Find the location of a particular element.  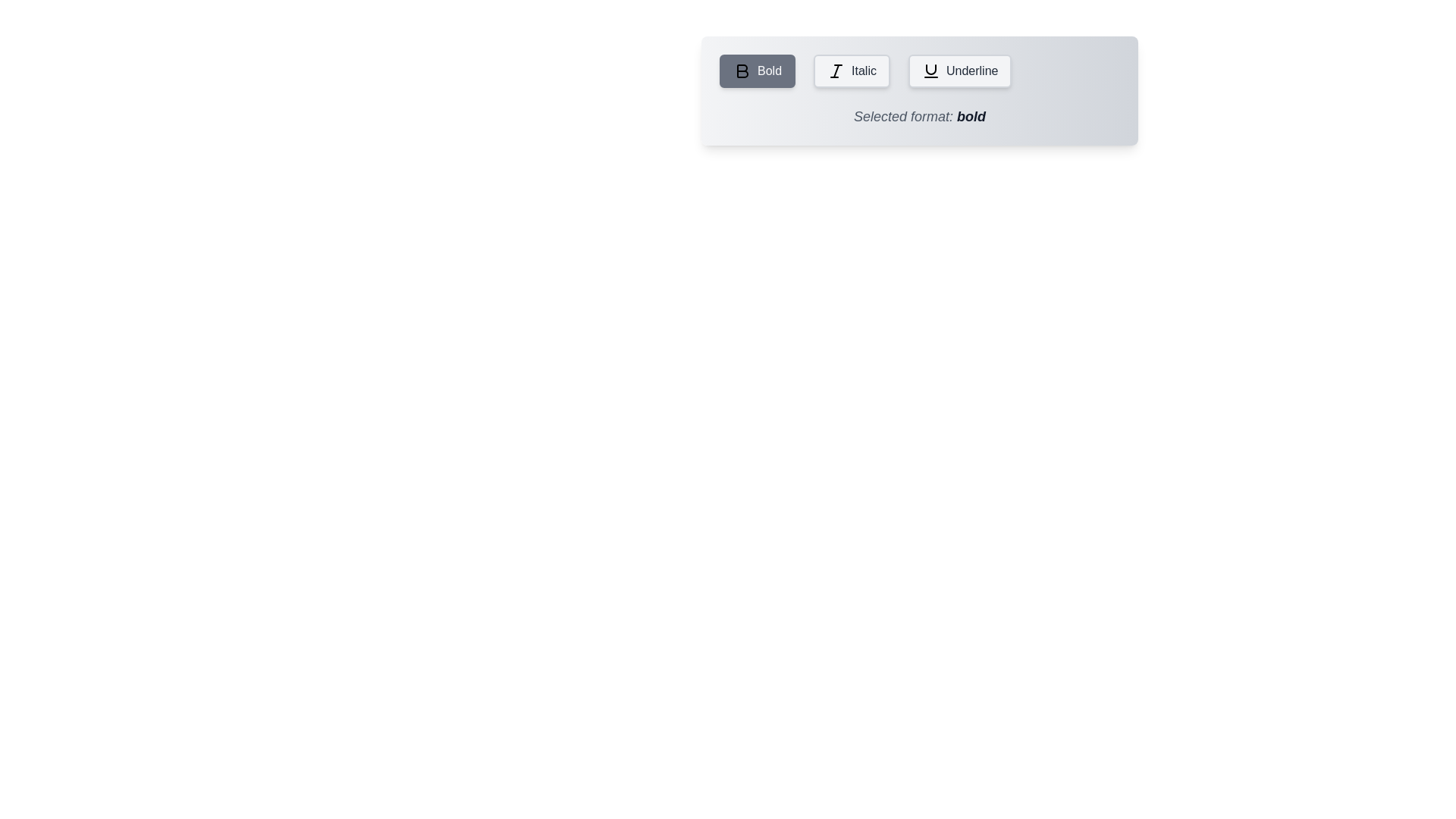

the Italic button to select the corresponding text formatting option is located at coordinates (852, 71).